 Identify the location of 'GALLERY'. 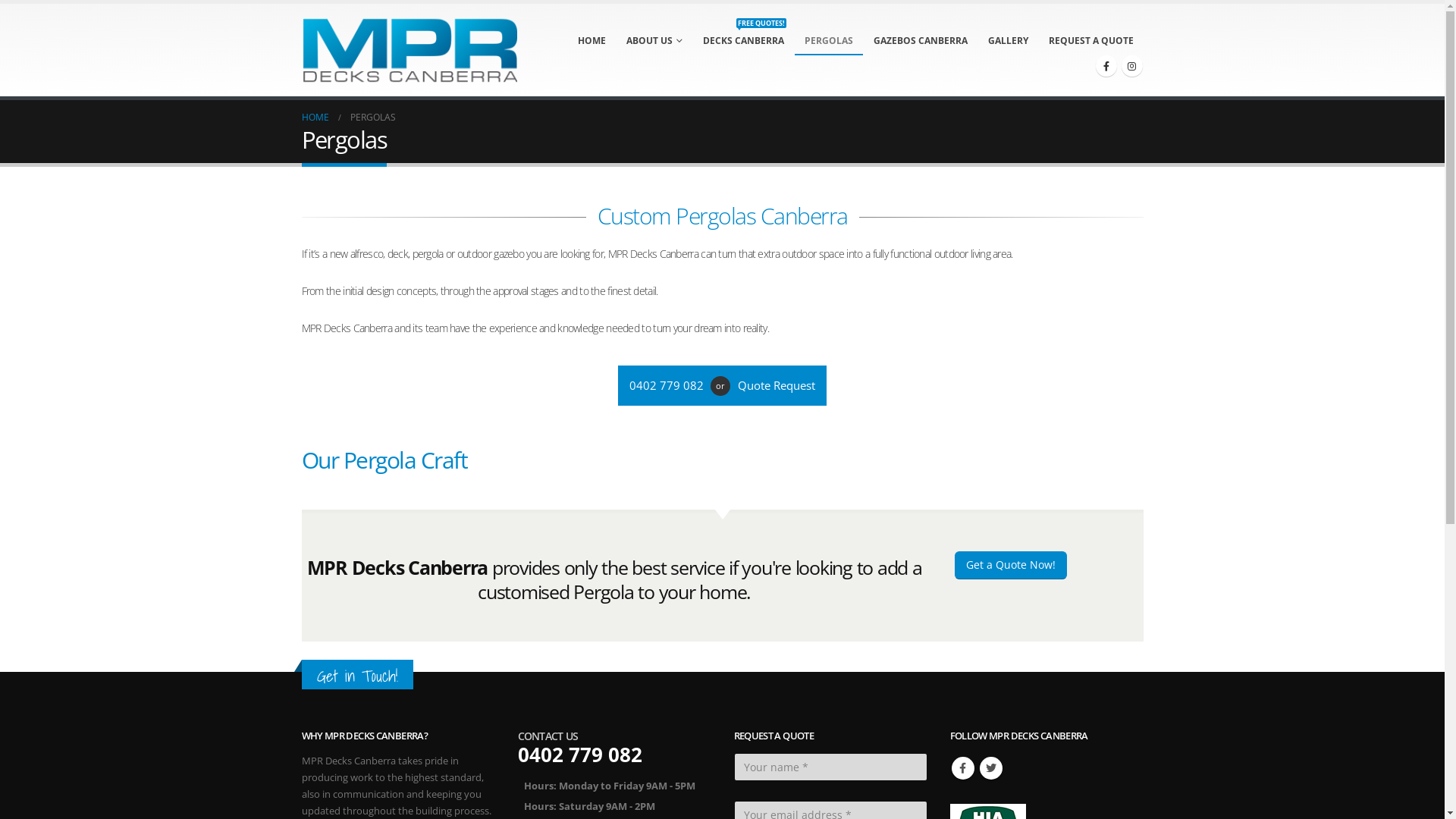
(978, 39).